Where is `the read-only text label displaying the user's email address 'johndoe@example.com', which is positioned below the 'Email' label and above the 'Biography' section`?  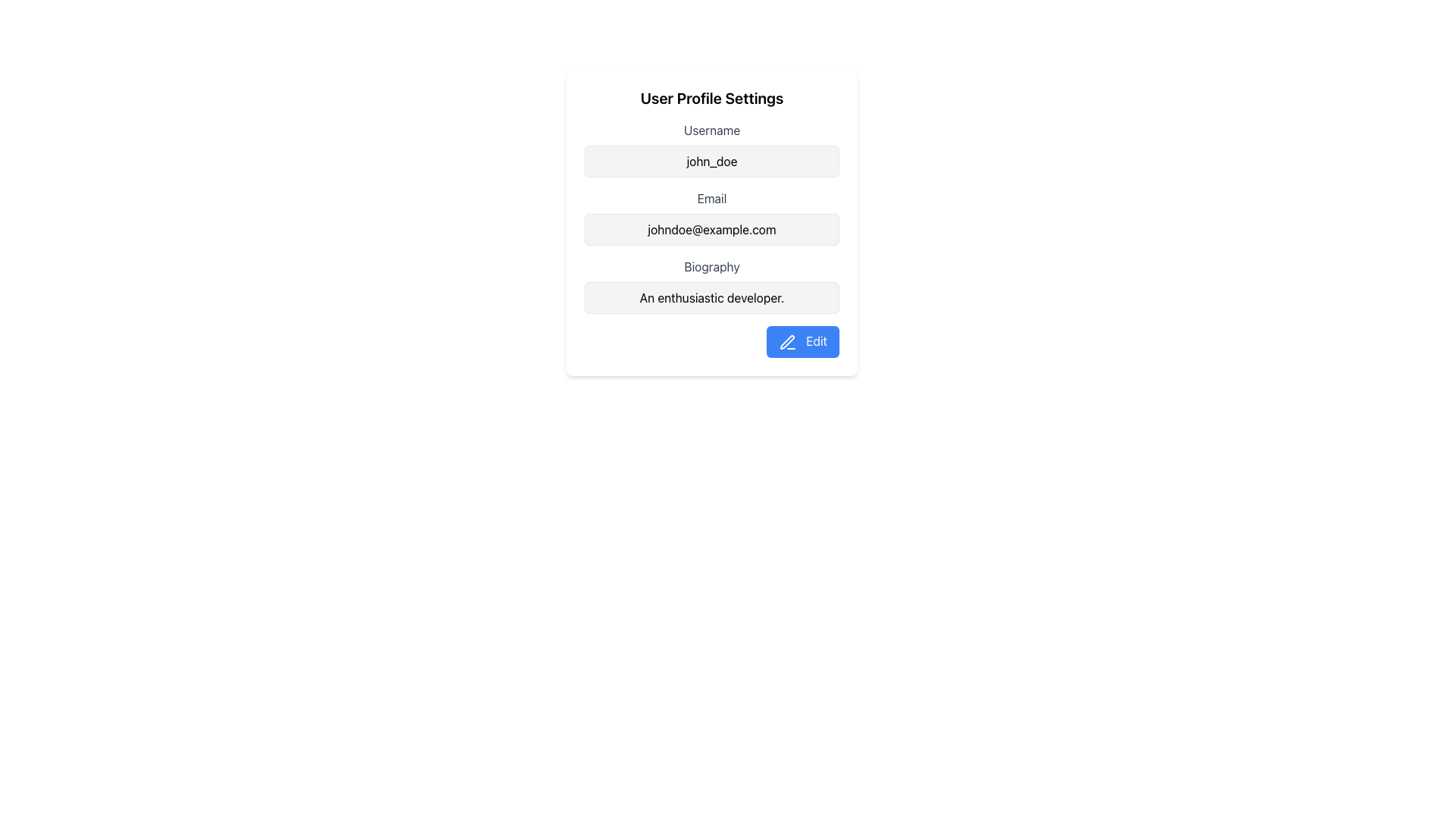
the read-only text label displaying the user's email address 'johndoe@example.com', which is positioned below the 'Email' label and above the 'Biography' section is located at coordinates (711, 230).